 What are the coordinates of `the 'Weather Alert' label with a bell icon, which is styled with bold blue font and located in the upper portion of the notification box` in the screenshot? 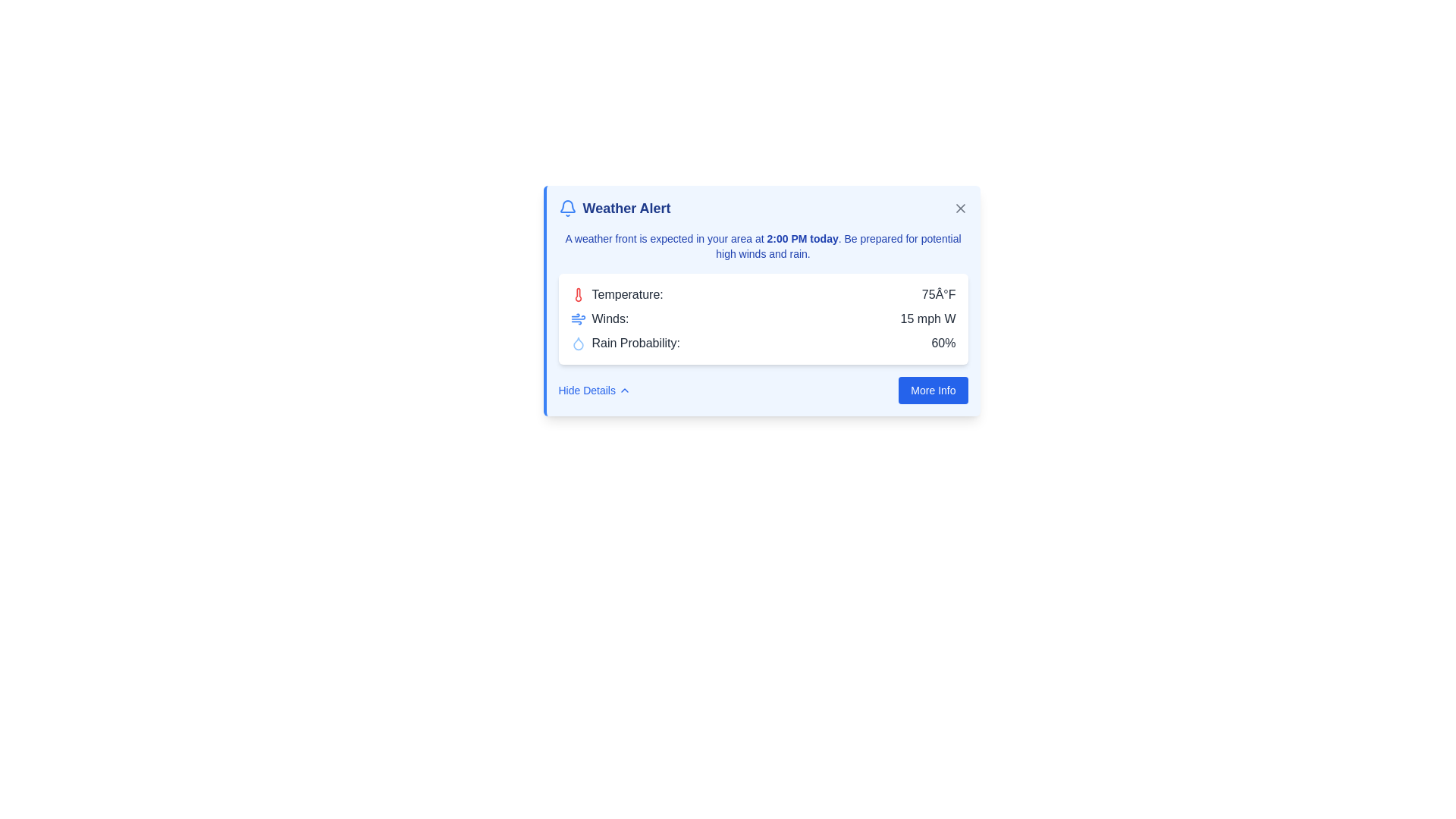 It's located at (614, 208).